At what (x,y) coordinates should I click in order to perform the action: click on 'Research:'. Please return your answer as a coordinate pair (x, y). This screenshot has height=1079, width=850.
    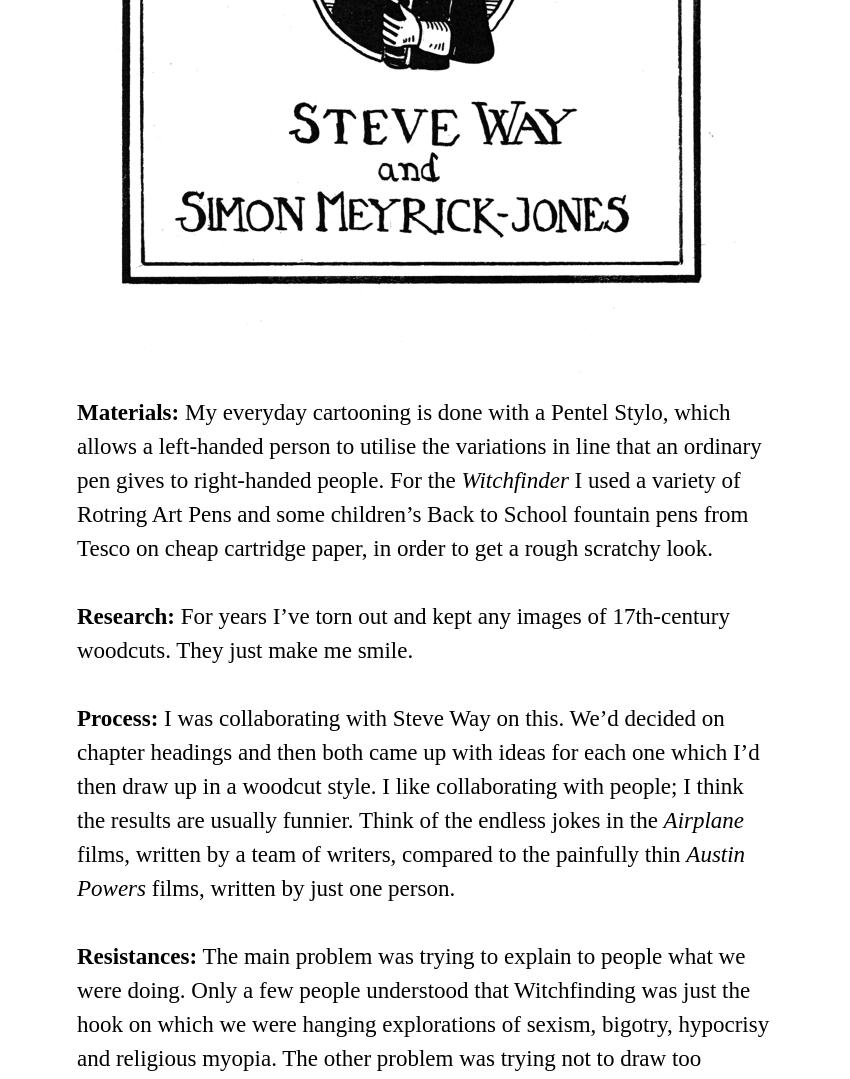
    Looking at the image, I should click on (124, 615).